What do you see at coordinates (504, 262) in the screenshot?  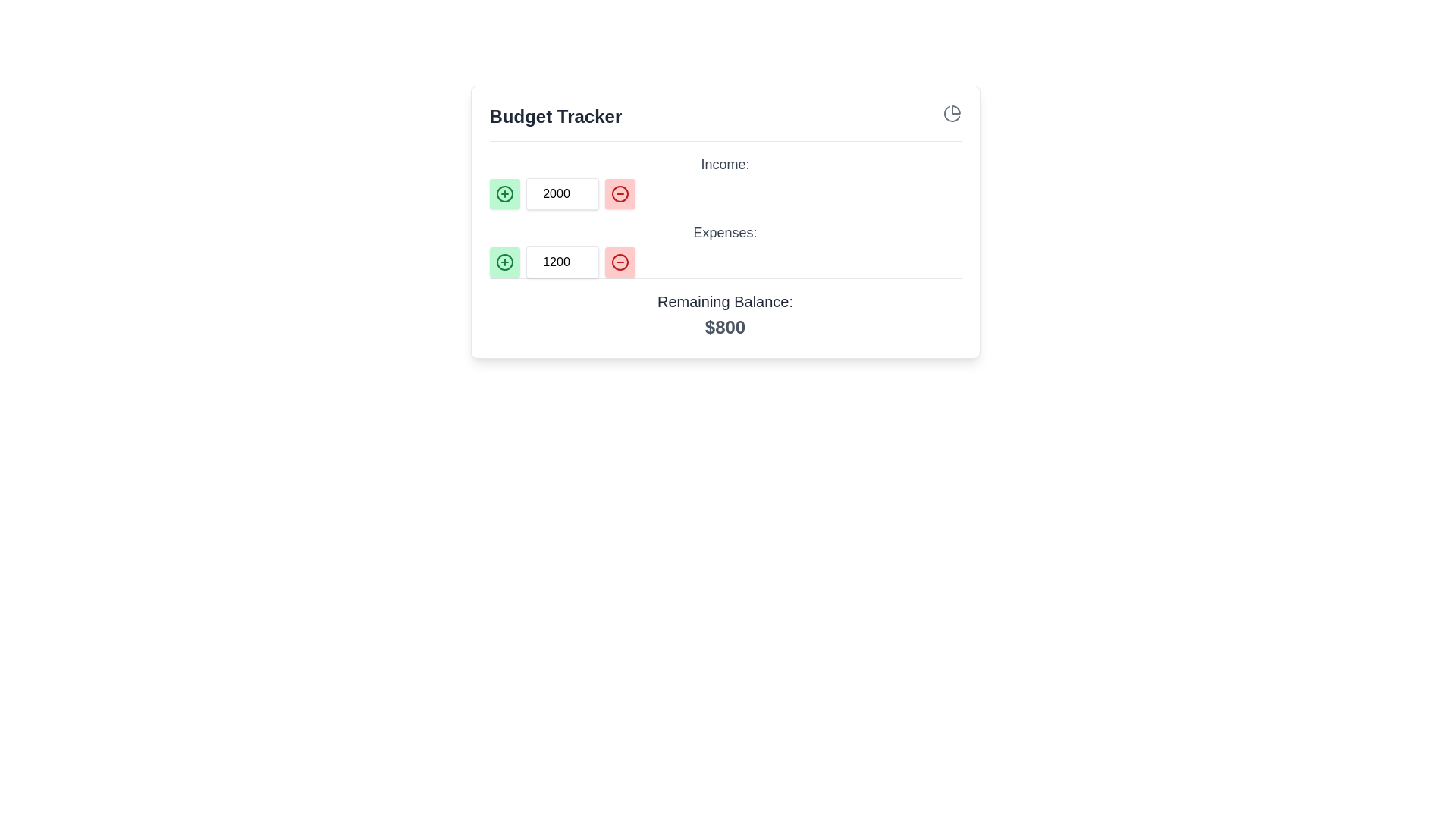 I see `the green circular Icon button with a '+' symbol, located to the left of the input field labeled '1200'` at bounding box center [504, 262].